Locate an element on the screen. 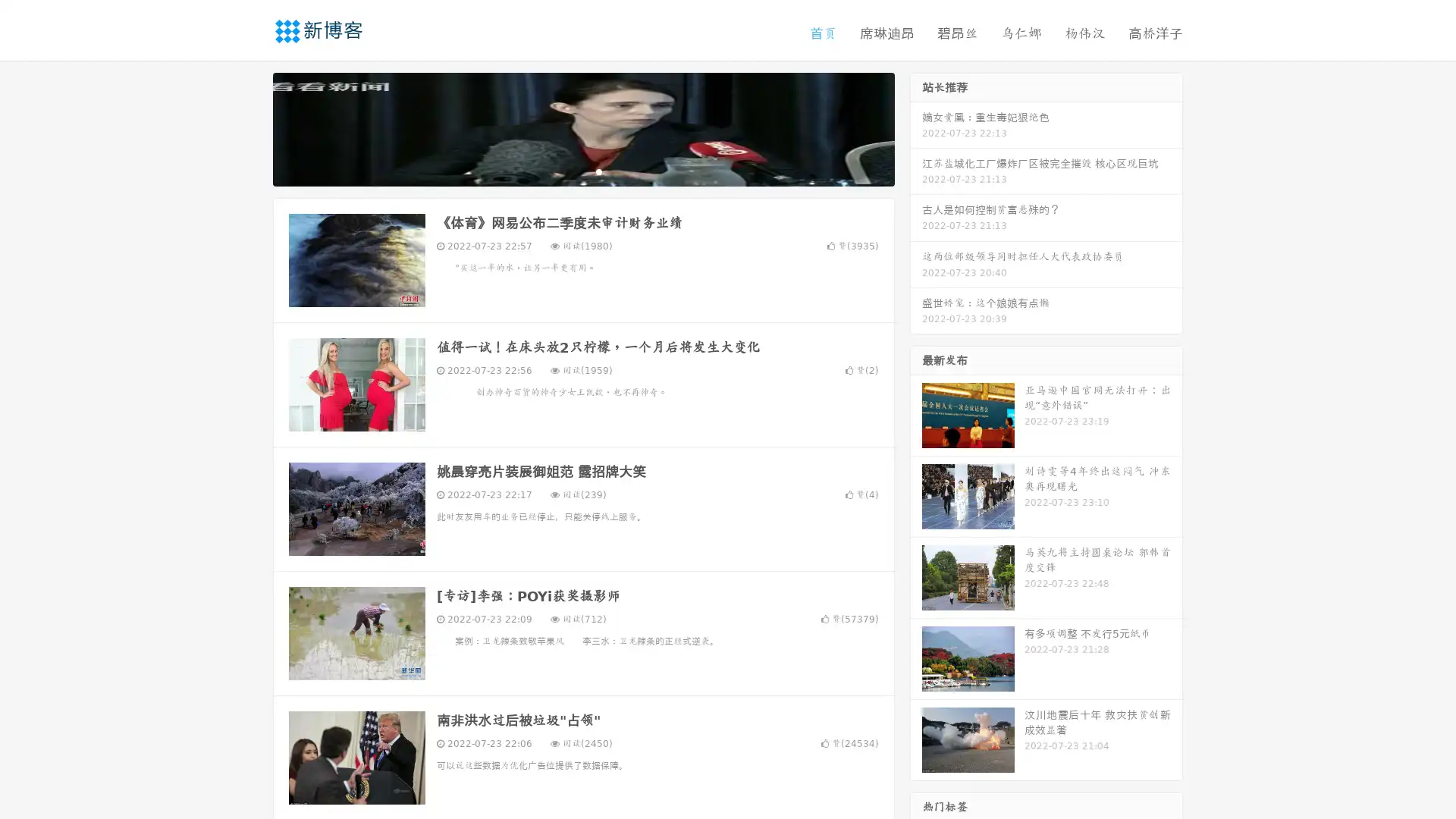  Next slide is located at coordinates (916, 127).